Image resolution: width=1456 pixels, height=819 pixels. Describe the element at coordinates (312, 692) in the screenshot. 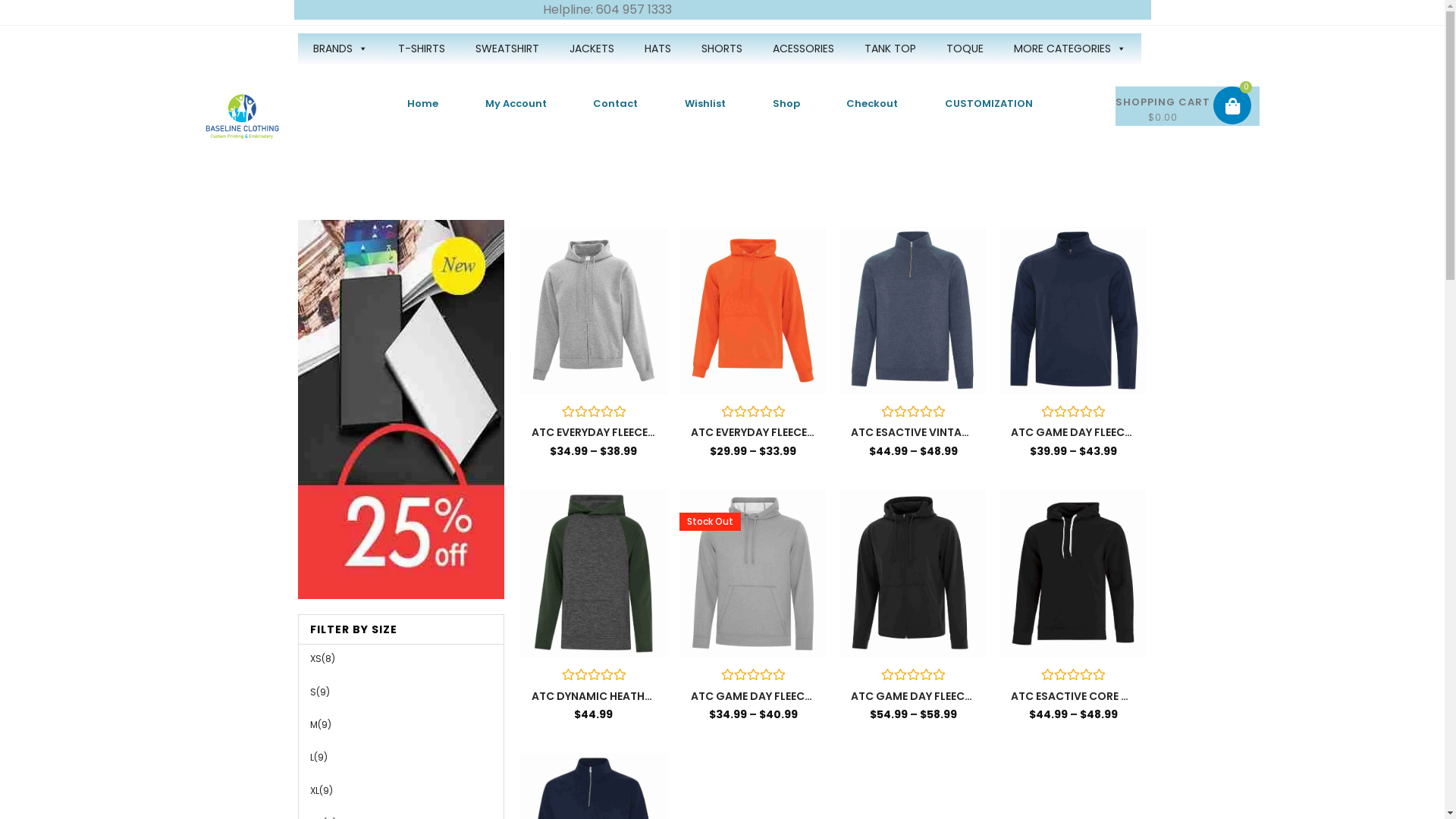

I see `'S'` at that location.